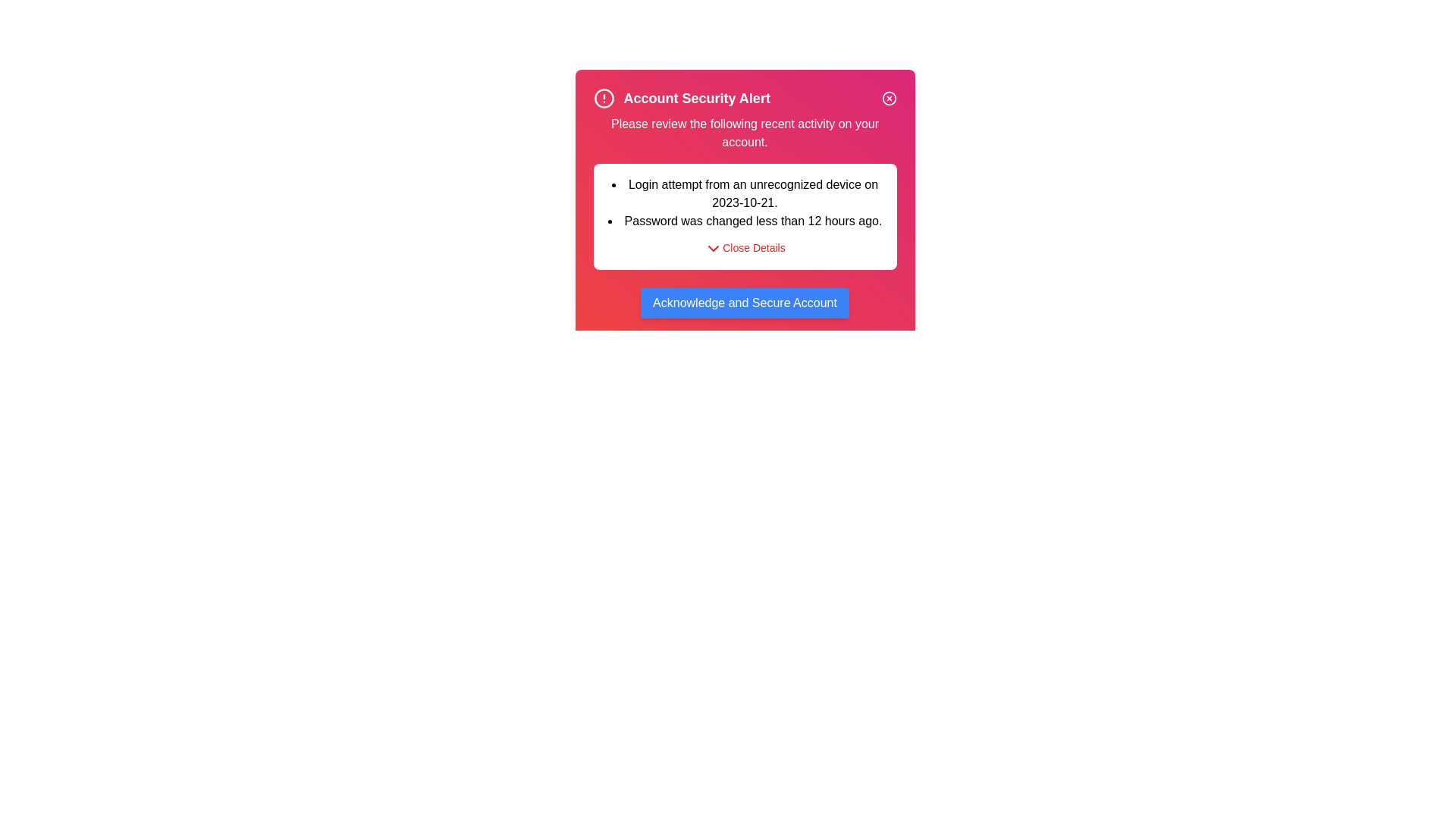  I want to click on the SVG circle graphic, which is a circular outline with a diameter of approximately 20 pixels located near the top-right corner of the alert box with a magenta gradient background, so click(889, 99).